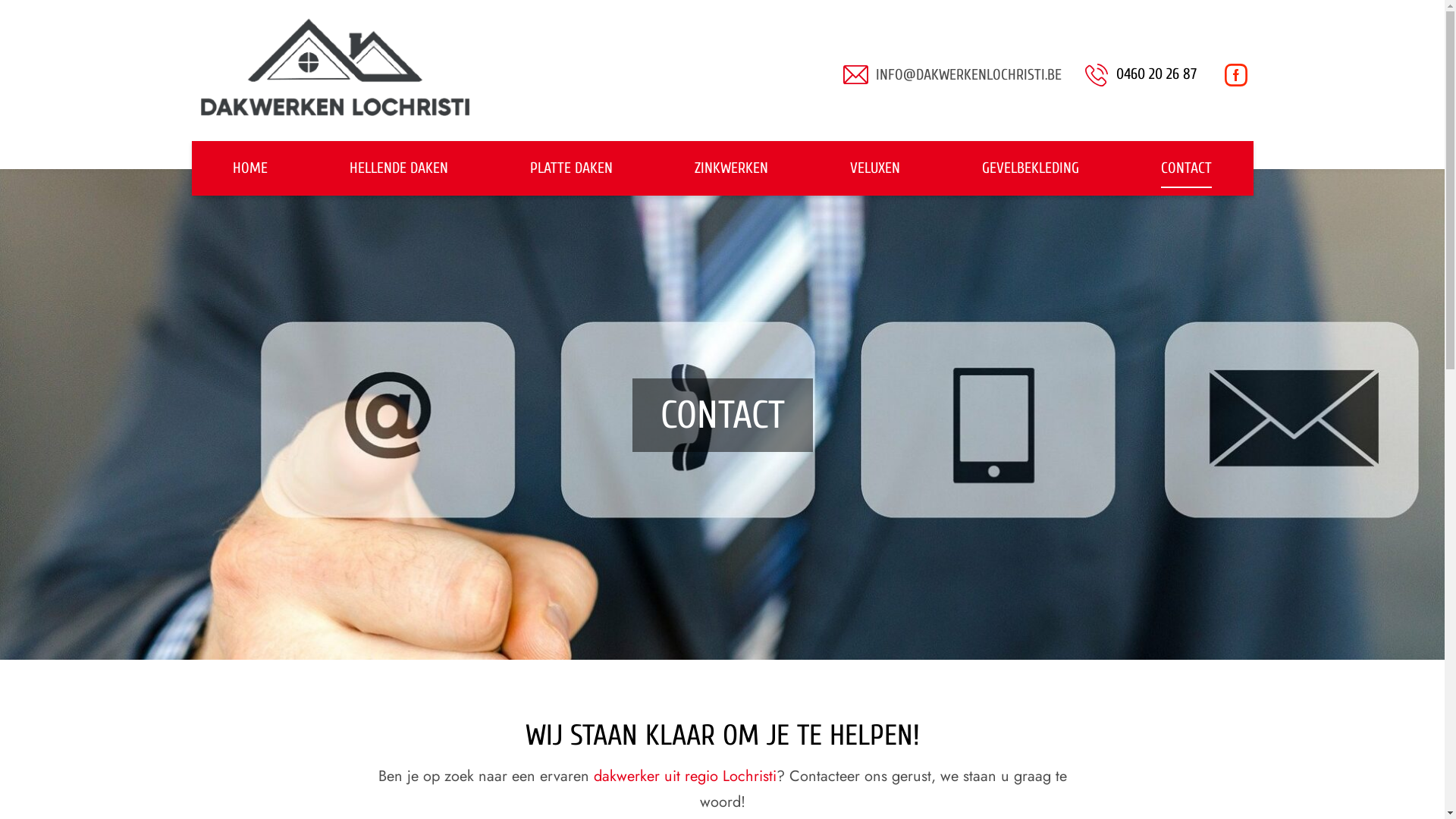 The height and width of the screenshot is (819, 1456). What do you see at coordinates (570, 168) in the screenshot?
I see `'PLATTE DAKEN'` at bounding box center [570, 168].